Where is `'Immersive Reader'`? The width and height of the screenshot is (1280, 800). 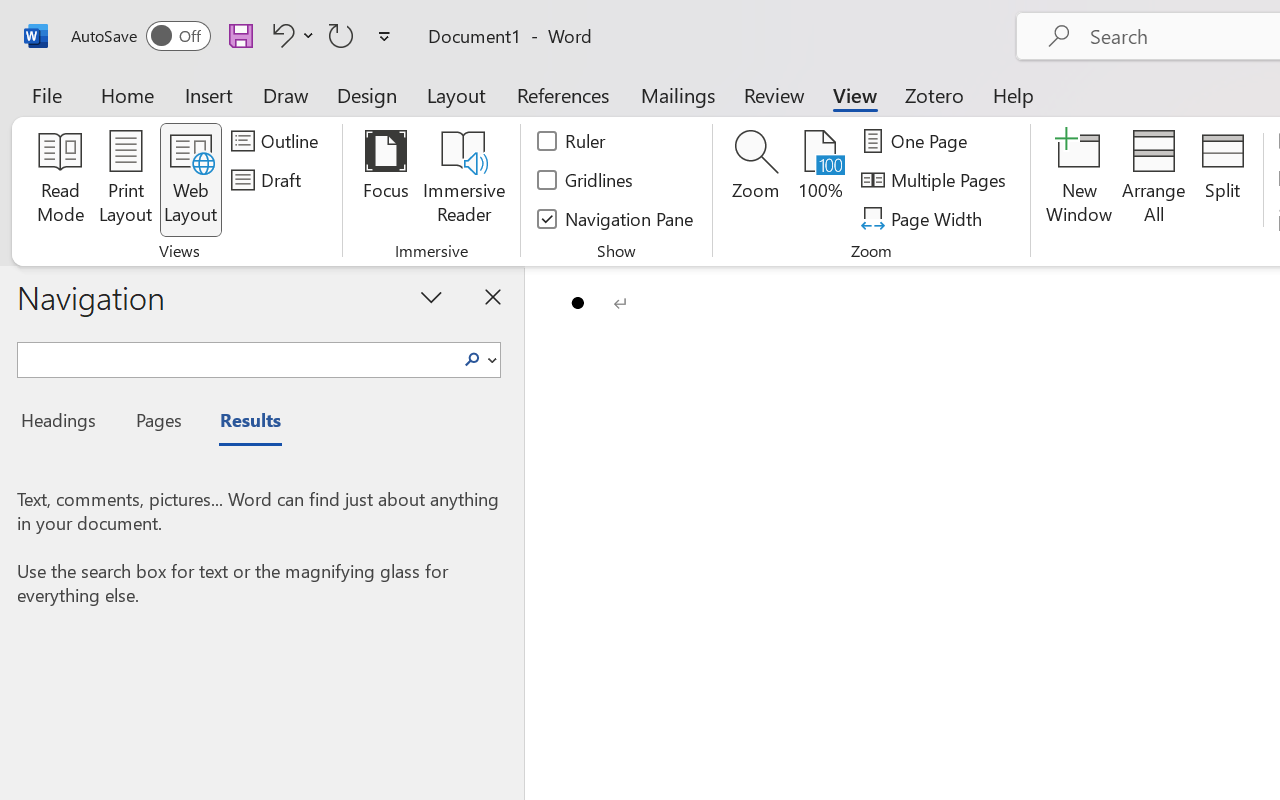 'Immersive Reader' is located at coordinates (463, 179).